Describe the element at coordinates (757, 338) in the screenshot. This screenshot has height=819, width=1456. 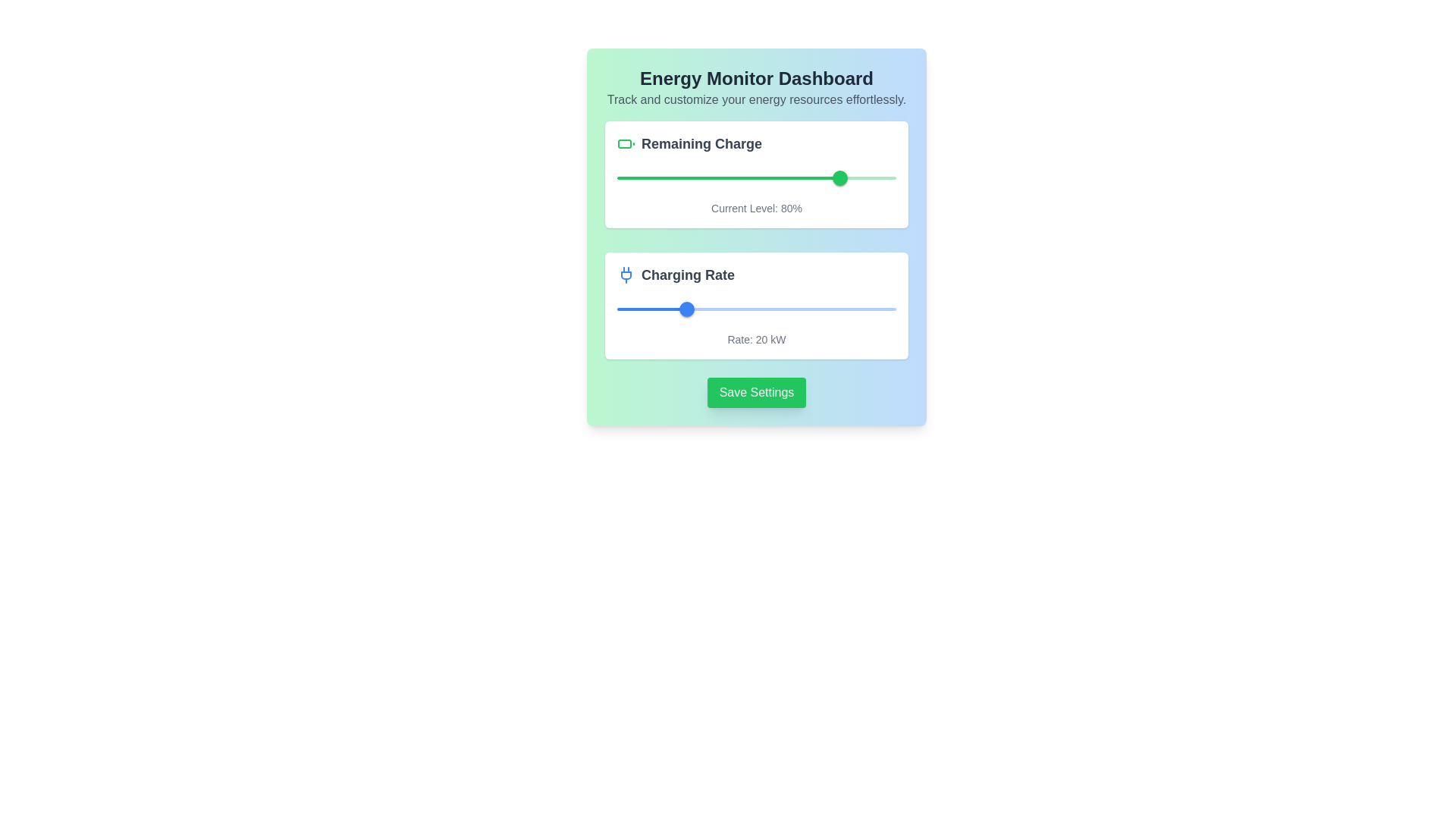
I see `static text label displaying 'Rate: 20 kW', which is styled in light gray and positioned below the blue slider labeled 'Charging Rate'` at that location.